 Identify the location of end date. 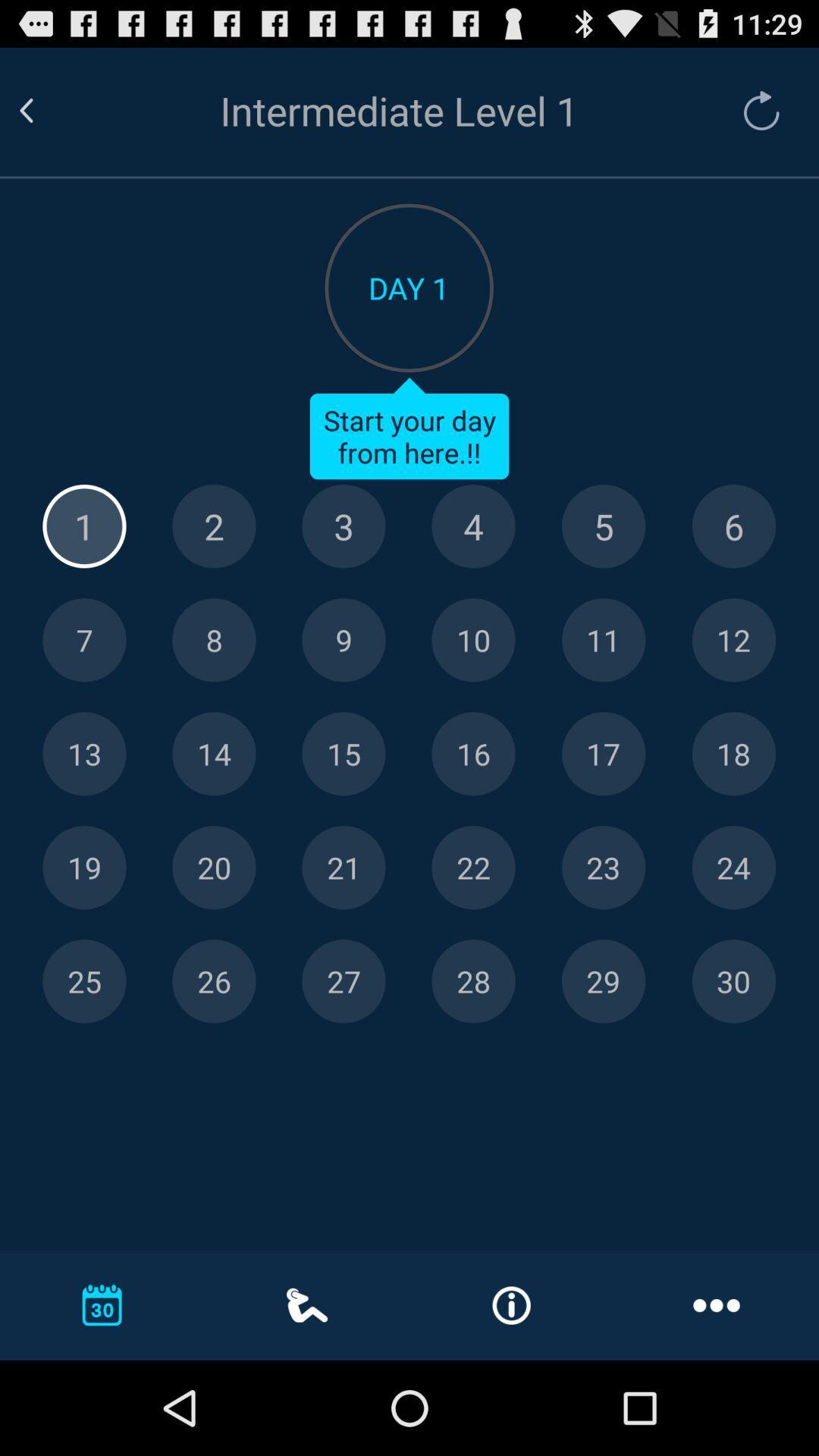
(603, 981).